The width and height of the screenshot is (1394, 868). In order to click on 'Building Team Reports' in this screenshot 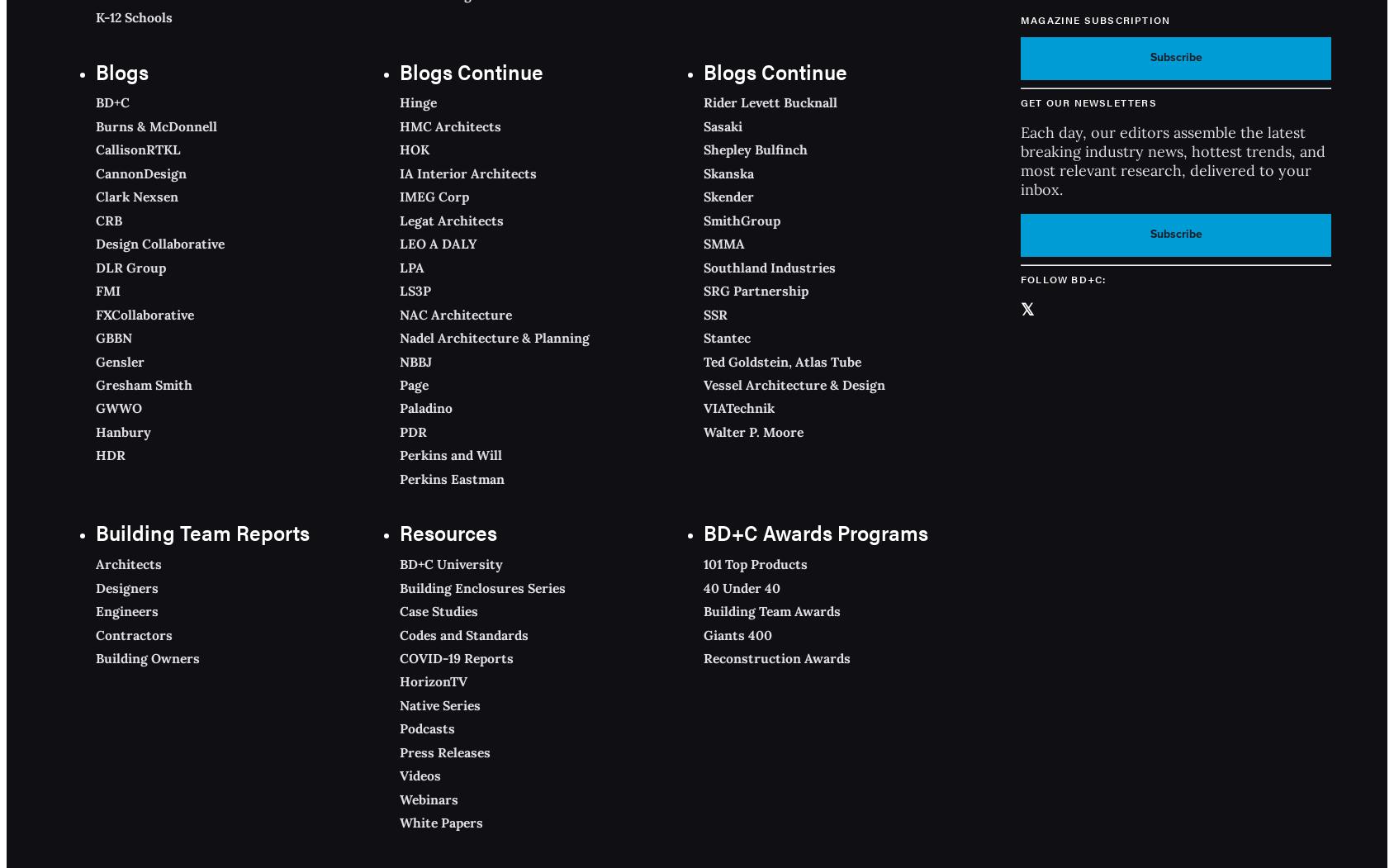, I will do `click(202, 531)`.